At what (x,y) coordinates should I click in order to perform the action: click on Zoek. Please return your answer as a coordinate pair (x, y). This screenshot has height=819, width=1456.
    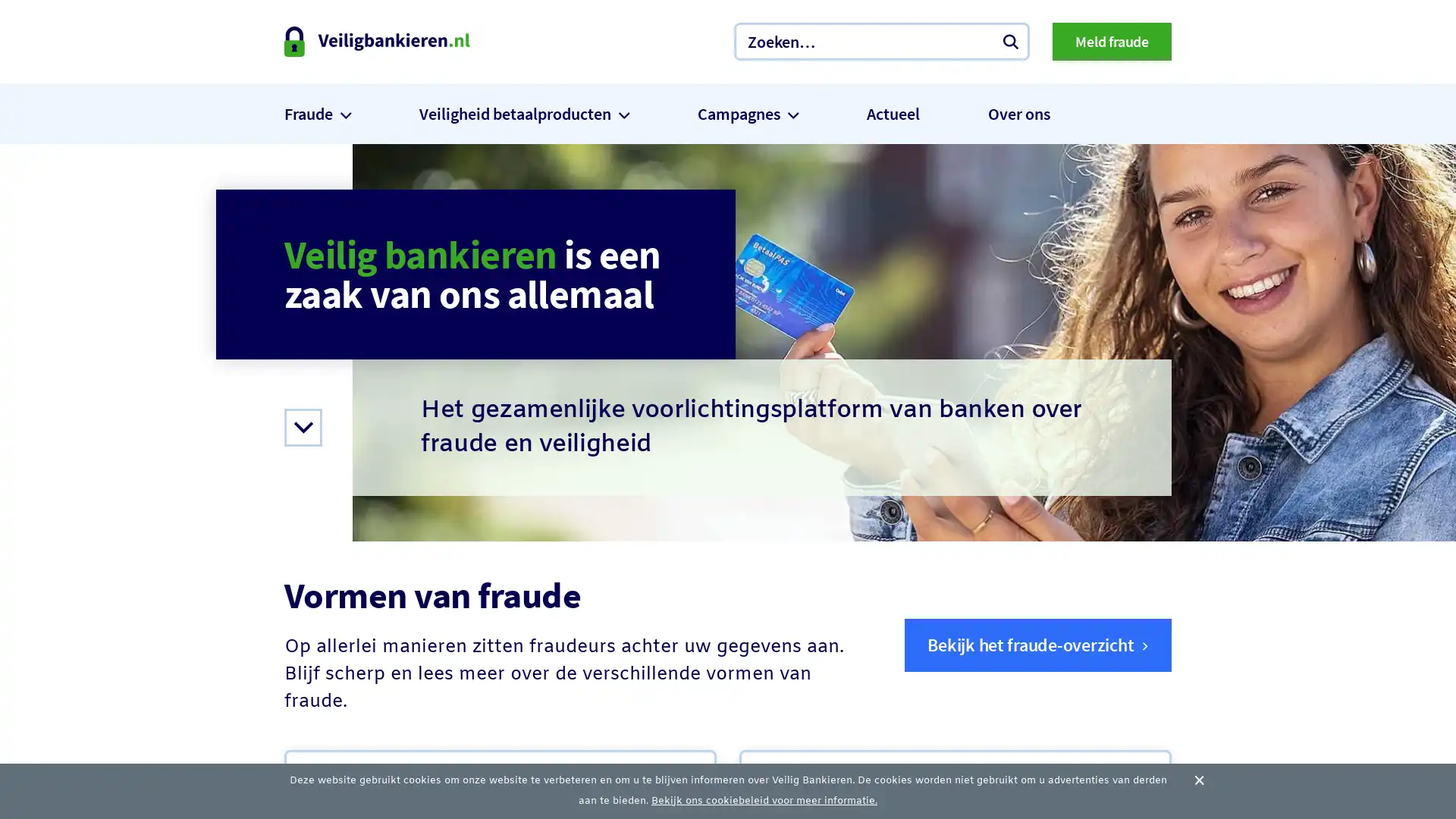
    Looking at the image, I should click on (1011, 40).